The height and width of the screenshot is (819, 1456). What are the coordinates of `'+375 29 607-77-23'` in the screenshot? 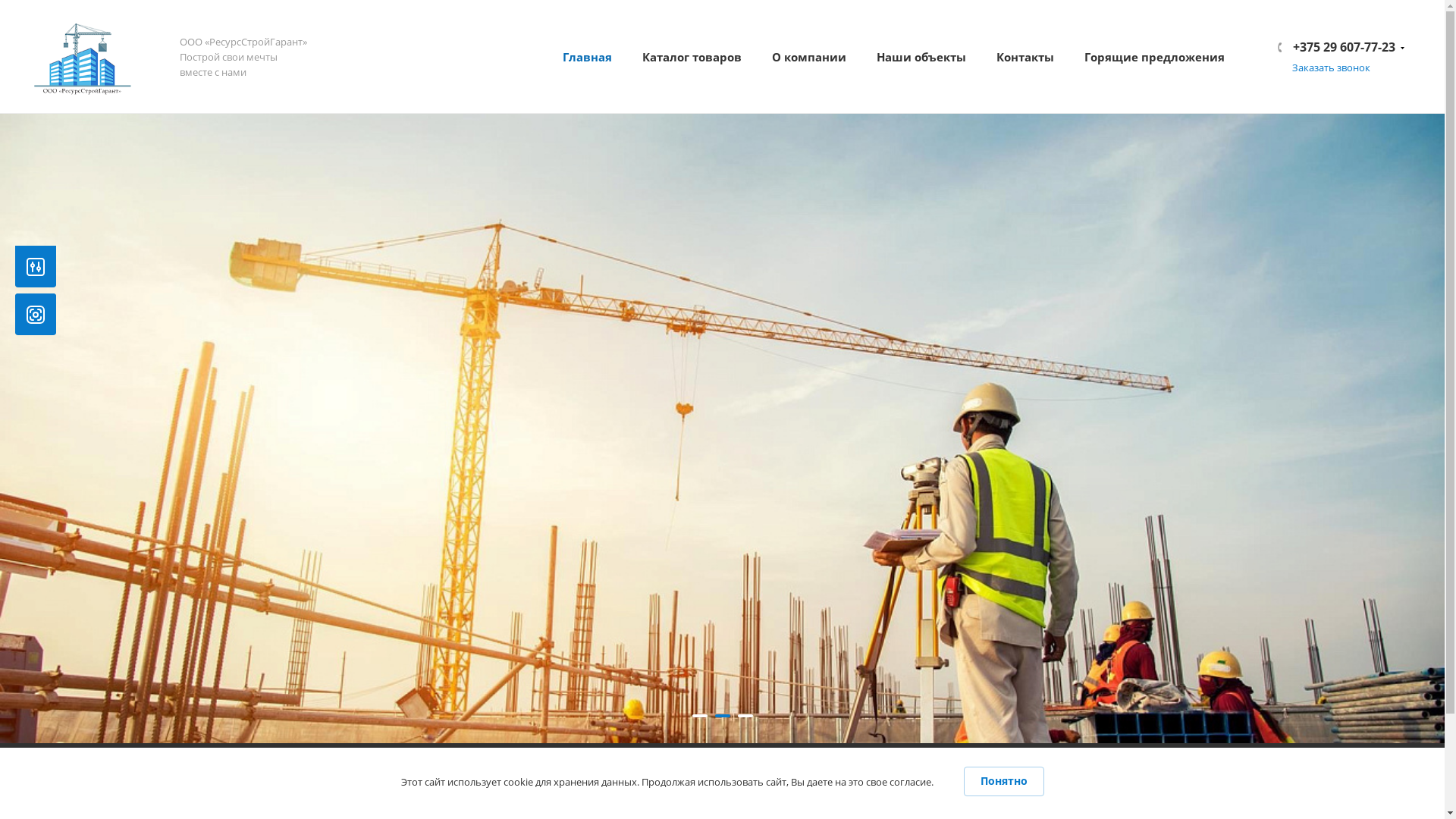 It's located at (1342, 45).